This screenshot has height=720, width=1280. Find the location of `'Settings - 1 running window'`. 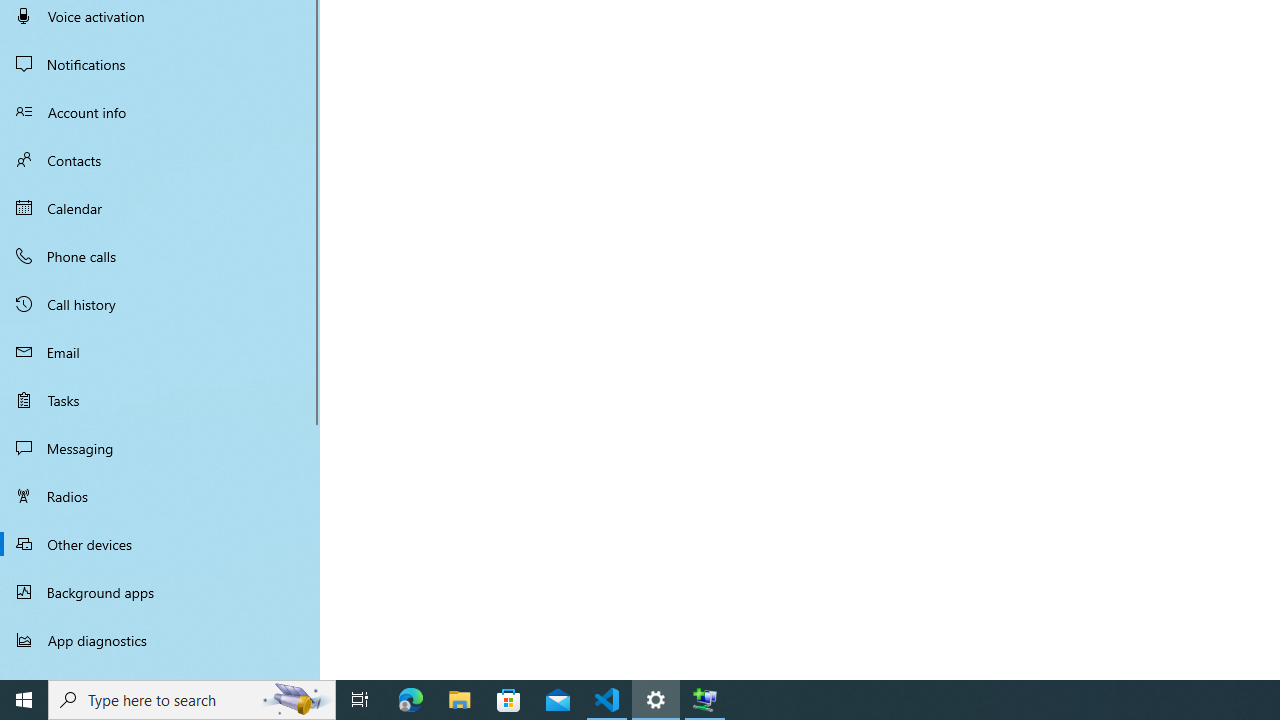

'Settings - 1 running window' is located at coordinates (656, 698).